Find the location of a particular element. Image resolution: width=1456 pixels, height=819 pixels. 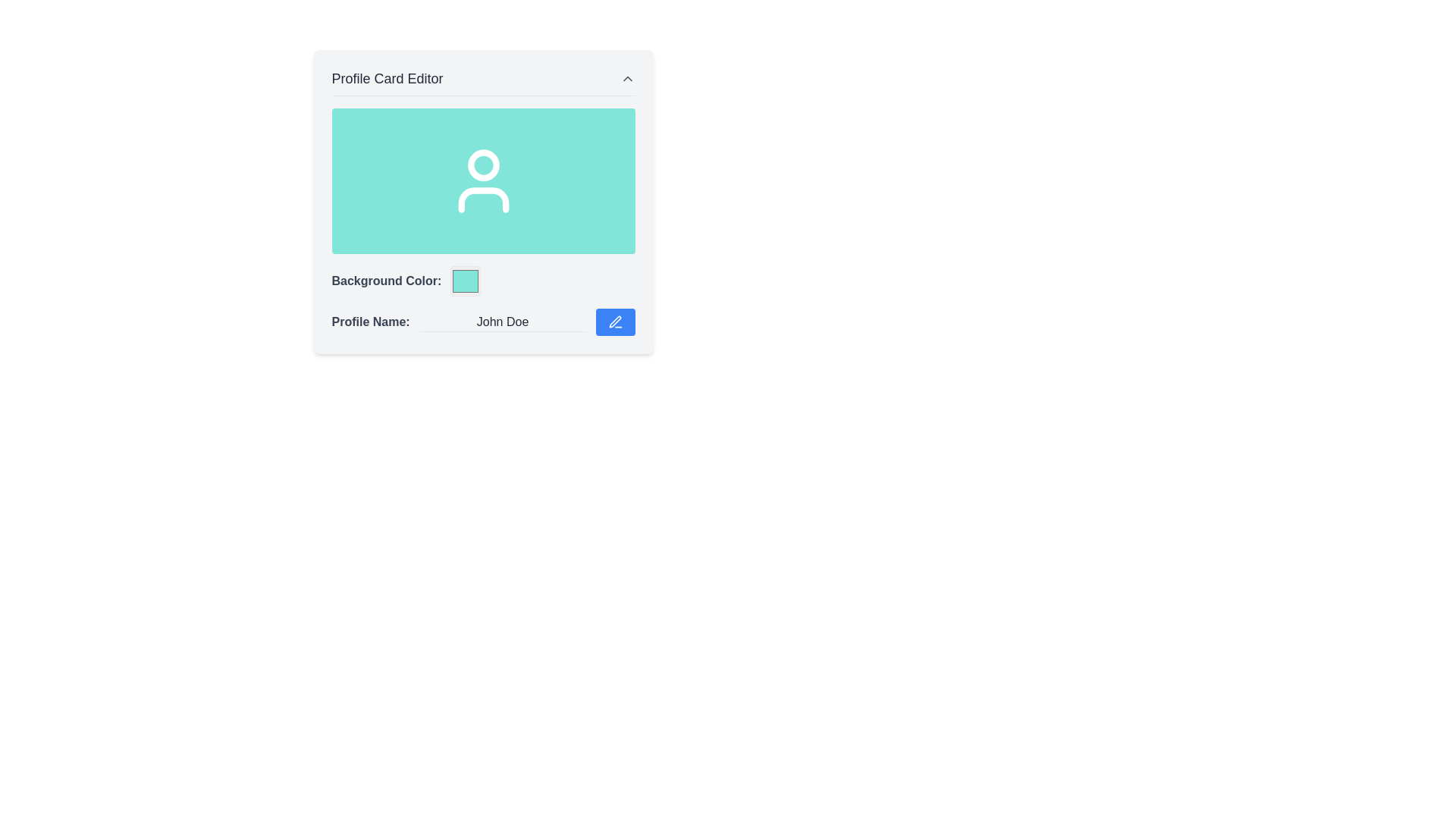

the circular graphical element (user profile icon) displayed at the top center of the 'Profile Card Editor' section, which is solid teal in color and has no borders is located at coordinates (482, 165).